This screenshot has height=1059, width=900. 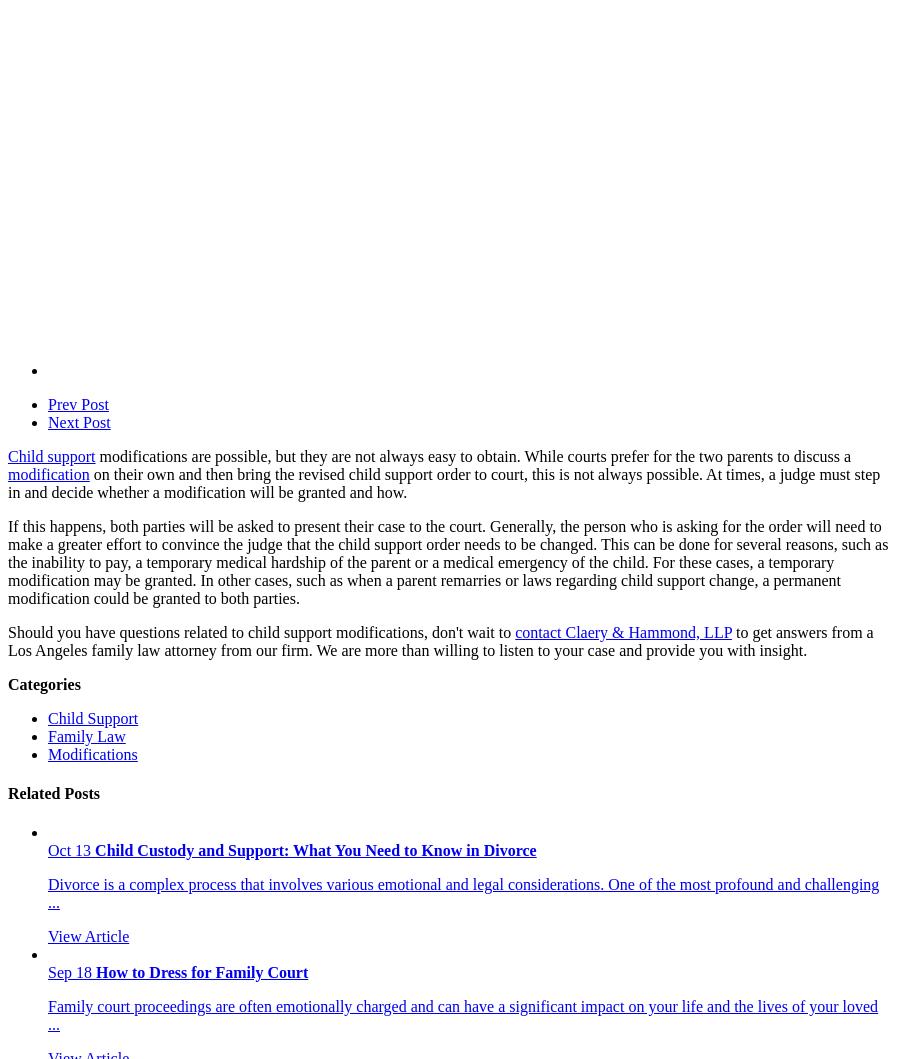 What do you see at coordinates (91, 717) in the screenshot?
I see `'Child Support'` at bounding box center [91, 717].